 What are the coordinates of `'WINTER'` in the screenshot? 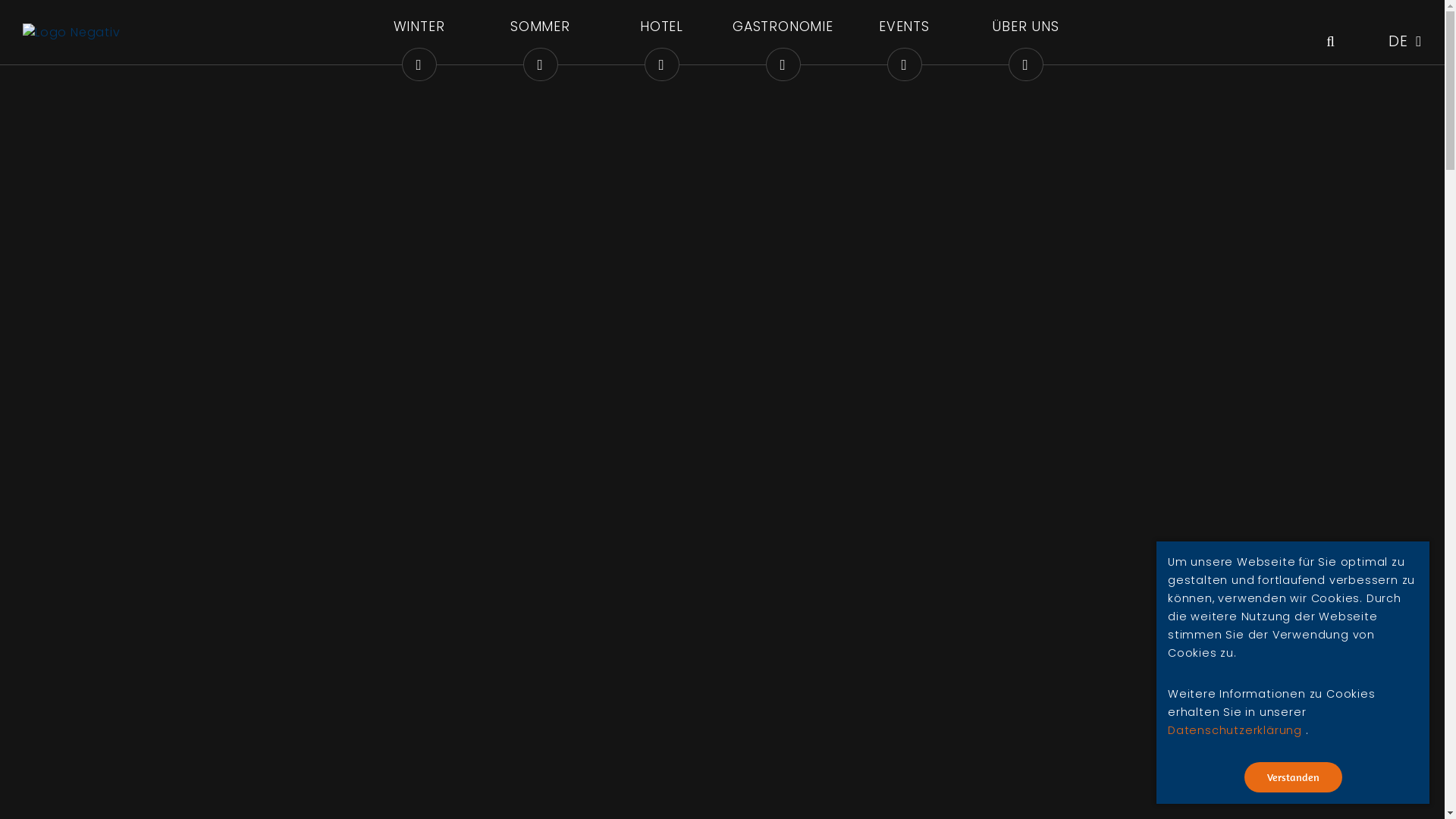 It's located at (365, 34).